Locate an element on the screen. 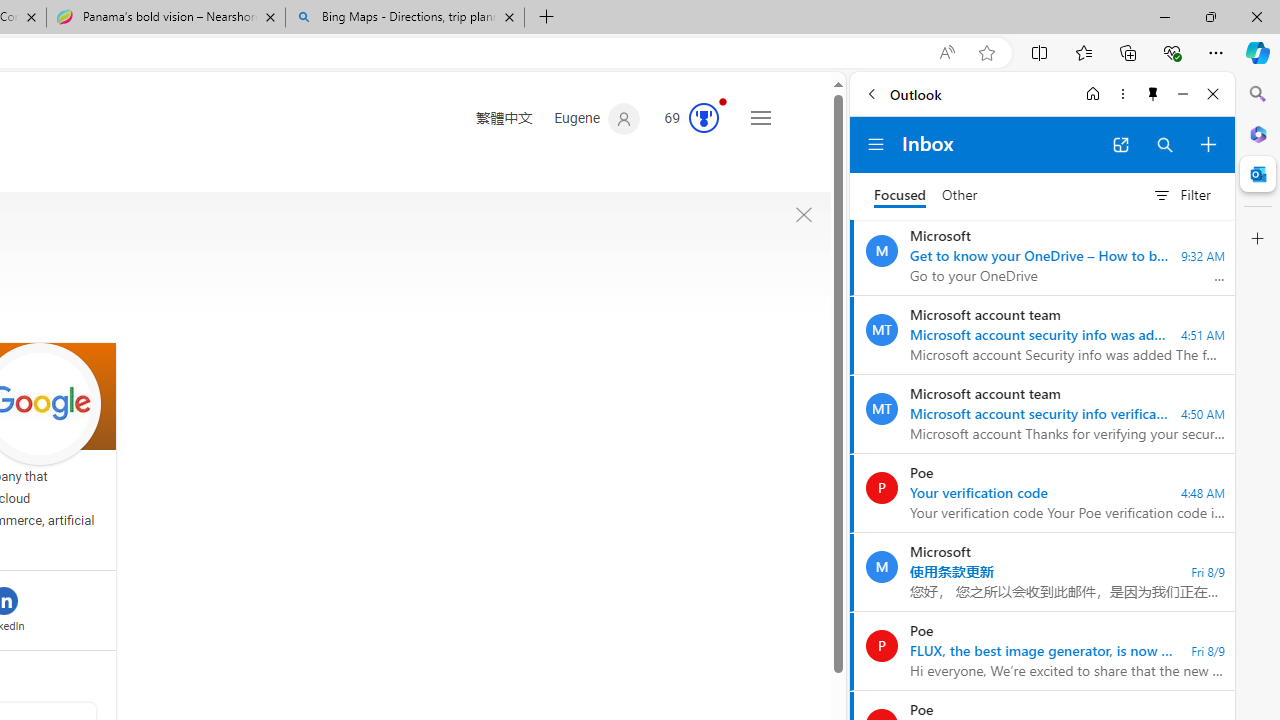 The image size is (1280, 720). 'Open in new tab' is located at coordinates (1120, 144).